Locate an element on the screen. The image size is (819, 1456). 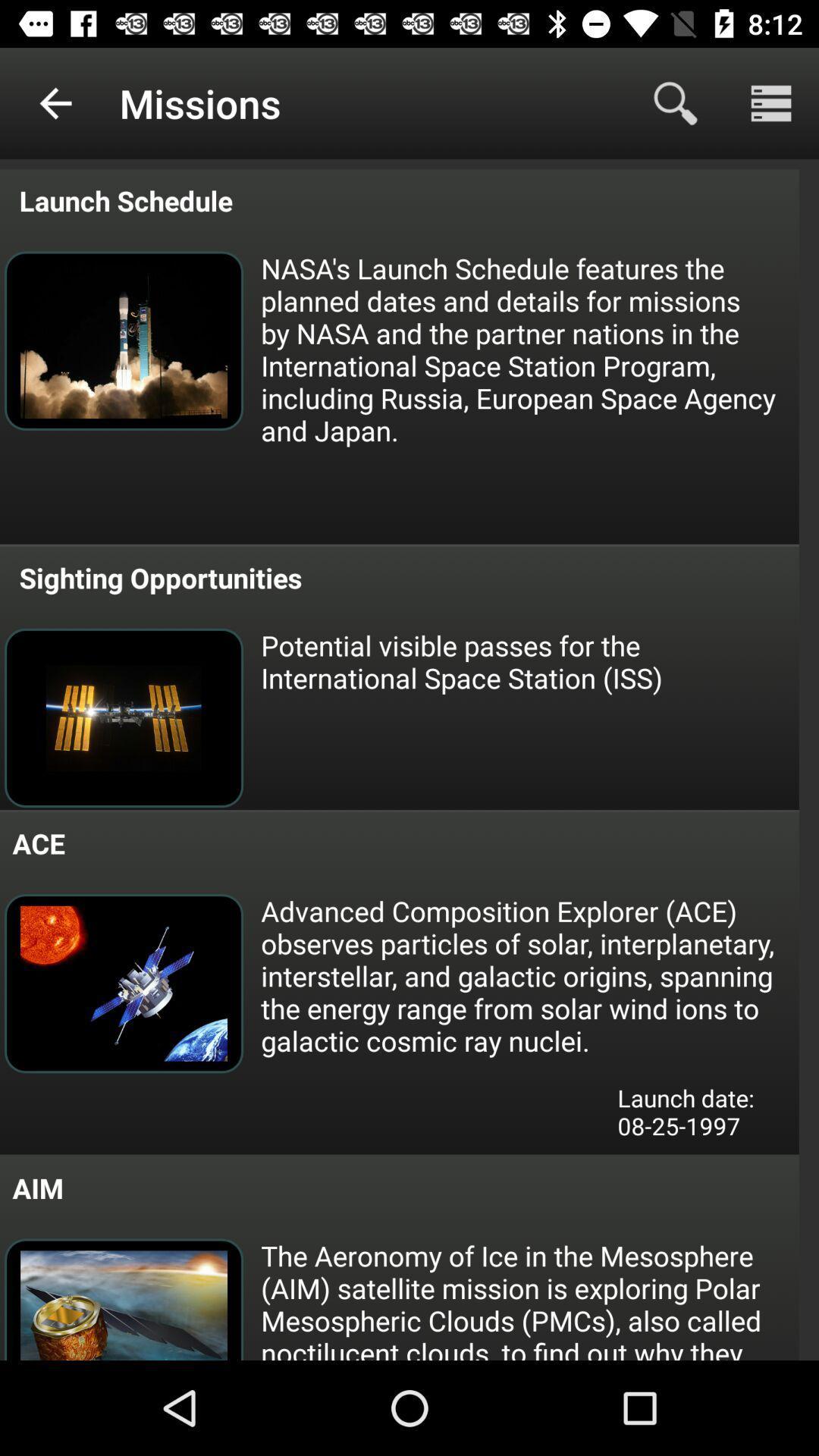
the potential visible passes is located at coordinates (528, 661).